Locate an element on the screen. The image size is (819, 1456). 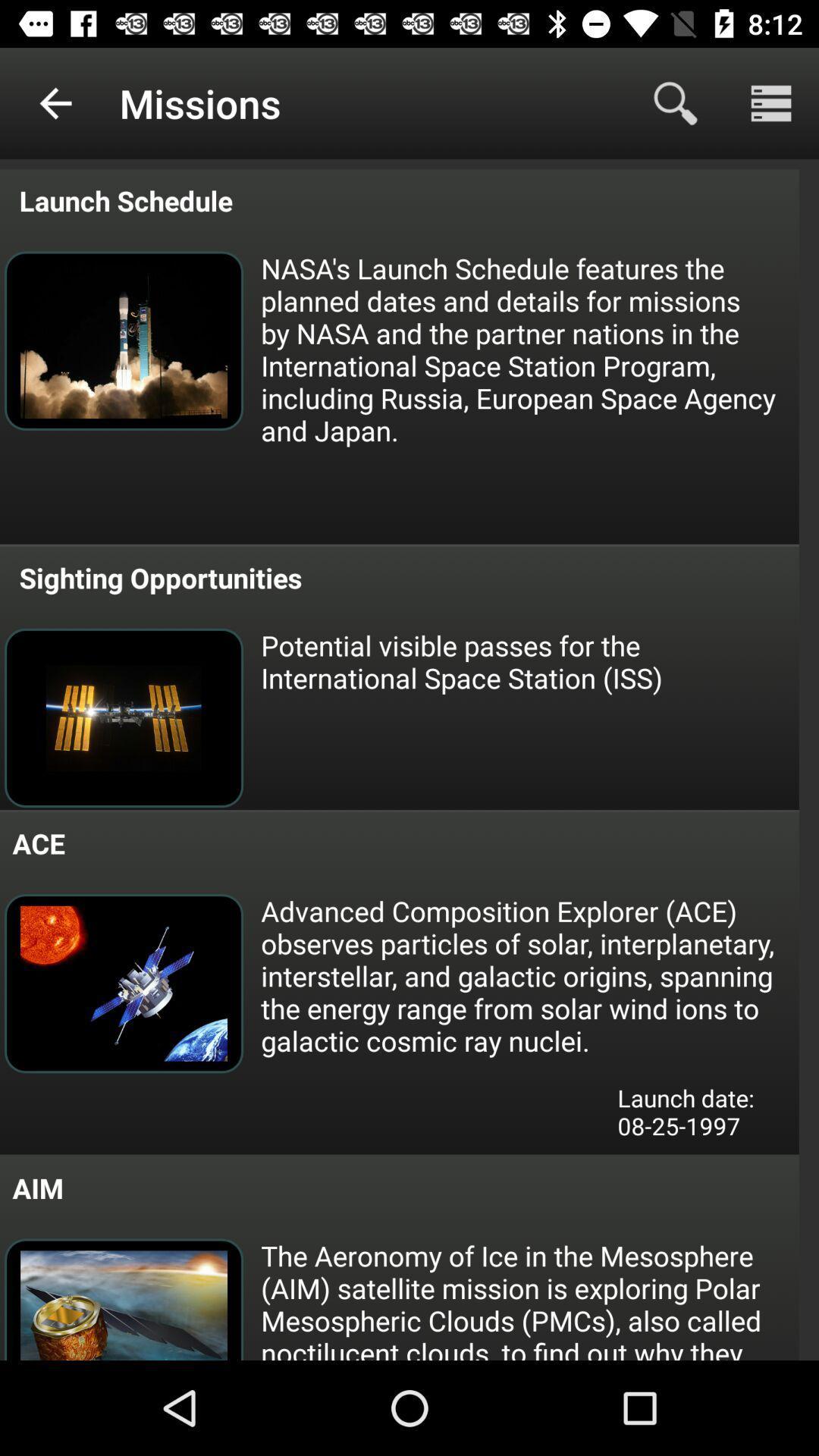
the potential visible passes is located at coordinates (528, 661).